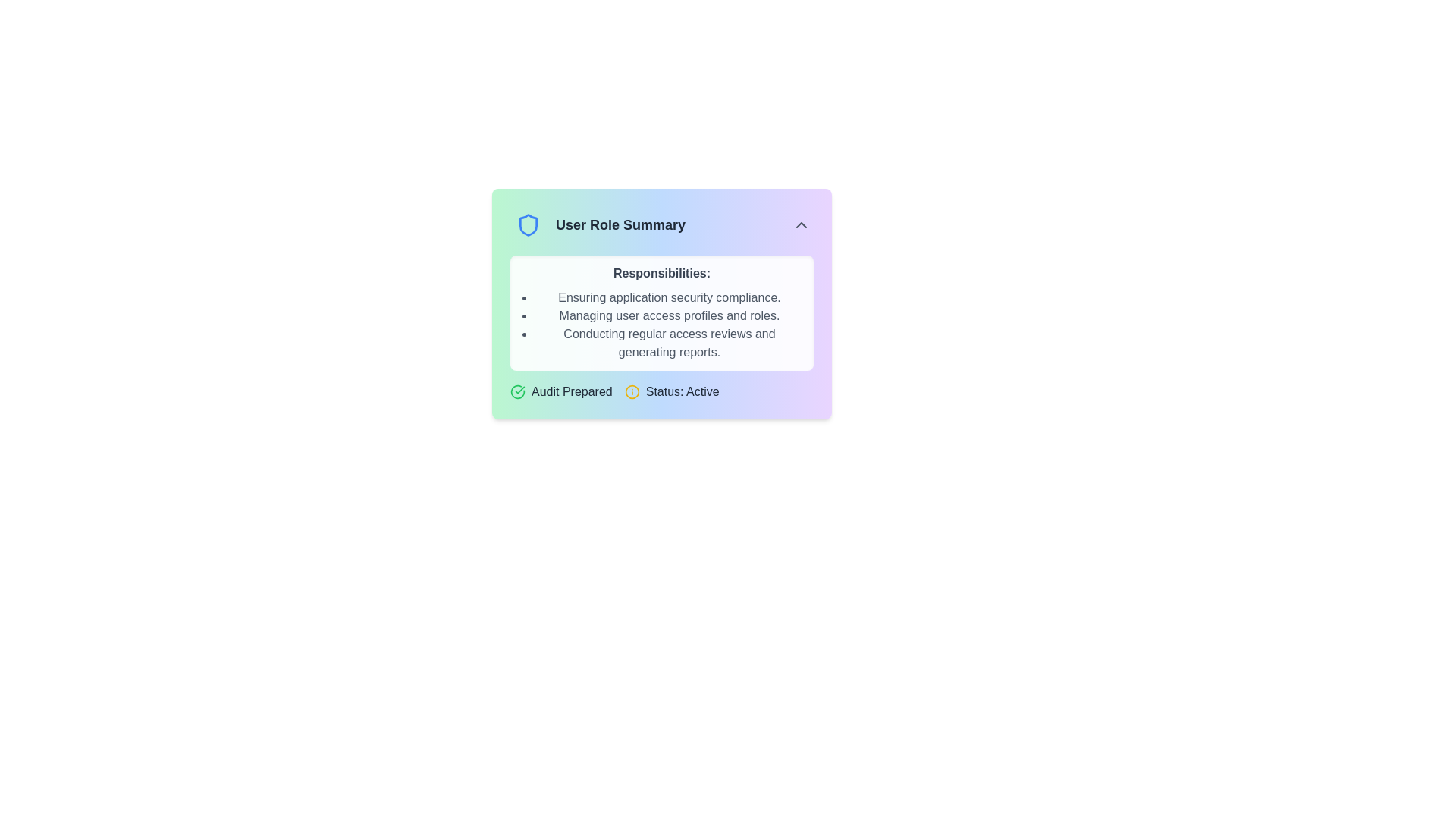 The image size is (1456, 819). What do you see at coordinates (669, 343) in the screenshot?
I see `the third bulleted list item in the 'Responsibilities' section, which reads 'Conducting regular access reviews and generating reports.'` at bounding box center [669, 343].